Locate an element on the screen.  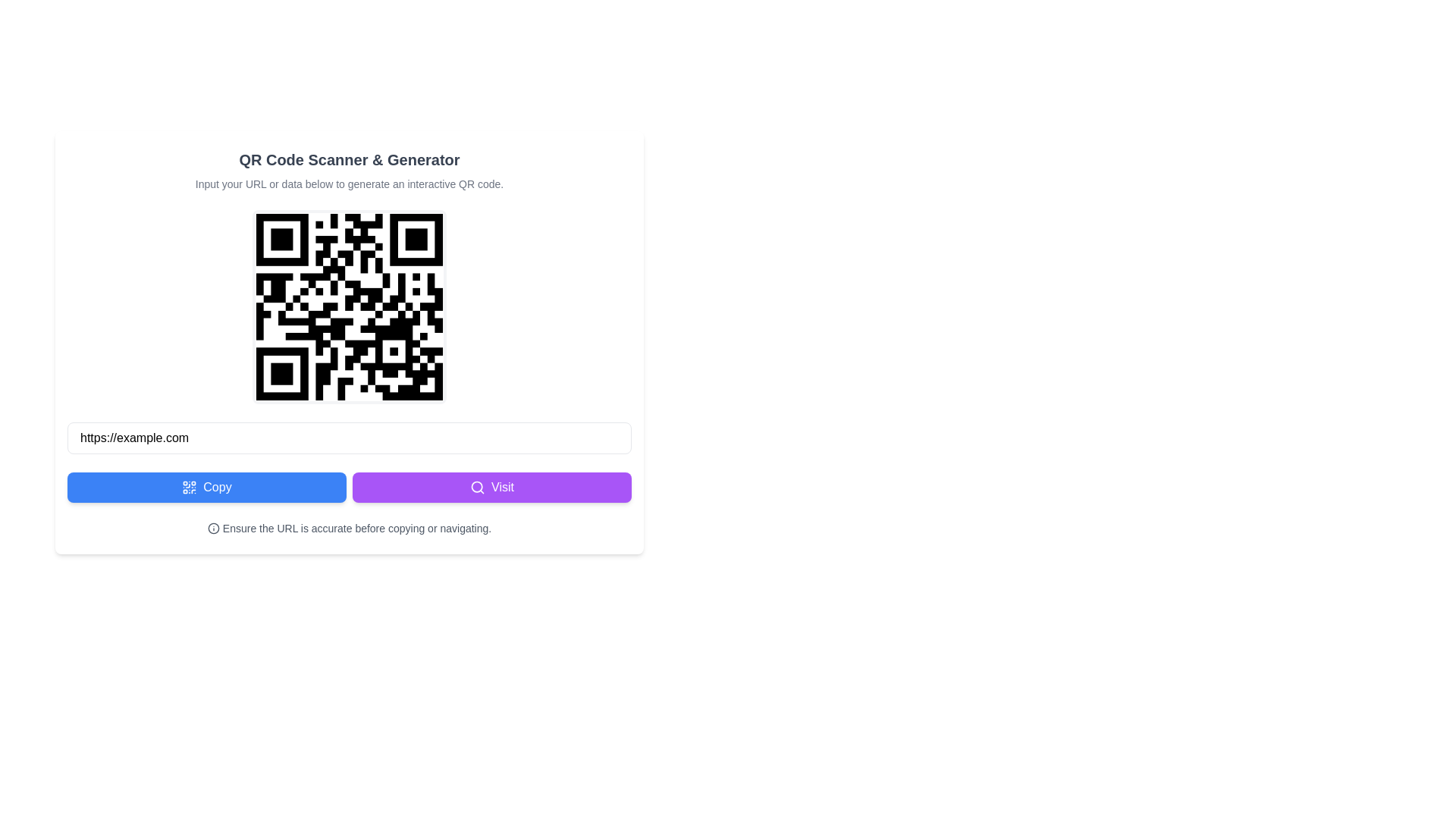
the QR code functionality icon located to the left of the blue 'Copy' button in the QR code generator tool interface is located at coordinates (189, 488).